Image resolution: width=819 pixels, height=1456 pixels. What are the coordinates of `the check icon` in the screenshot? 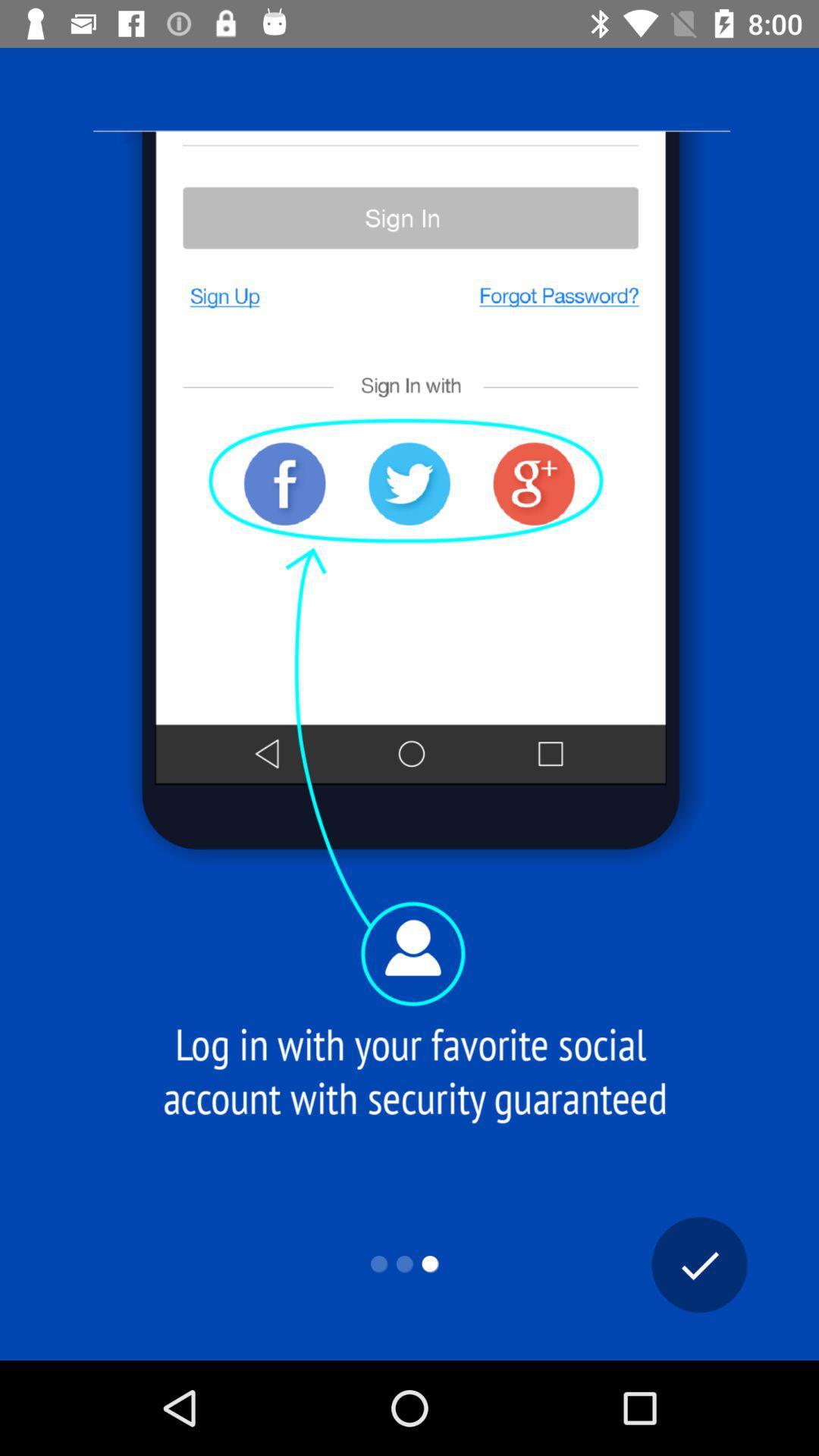 It's located at (699, 1264).